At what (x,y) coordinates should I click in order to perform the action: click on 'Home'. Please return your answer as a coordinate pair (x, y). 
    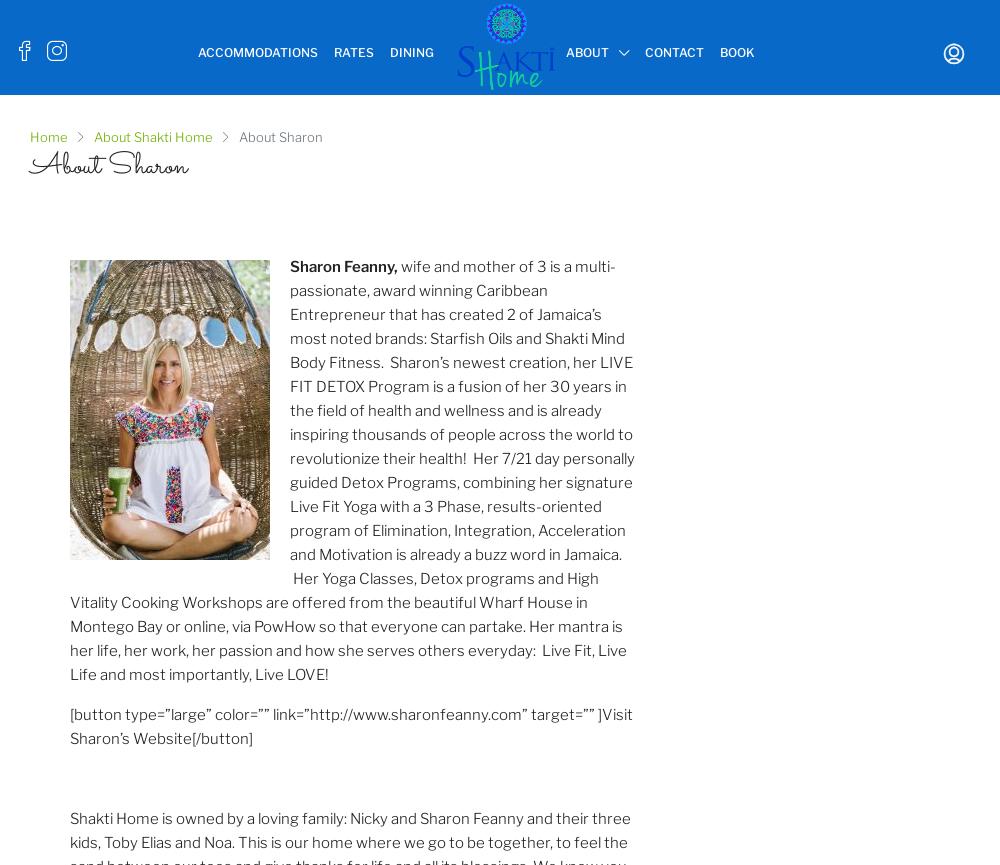
    Looking at the image, I should click on (30, 137).